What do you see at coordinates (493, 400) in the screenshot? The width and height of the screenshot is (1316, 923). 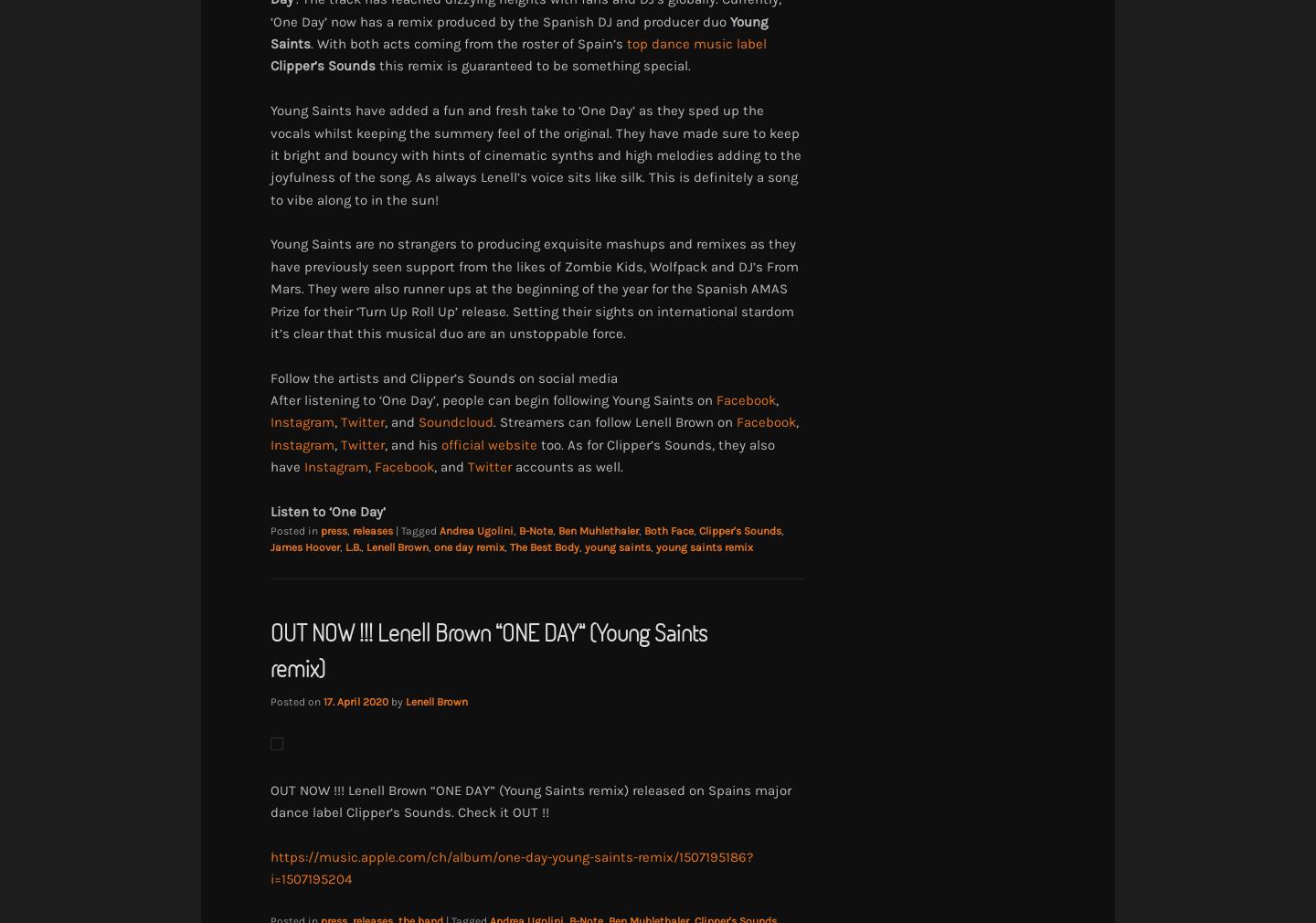 I see `'After listening to ‘One Day’, people can begin following Young Saints on'` at bounding box center [493, 400].